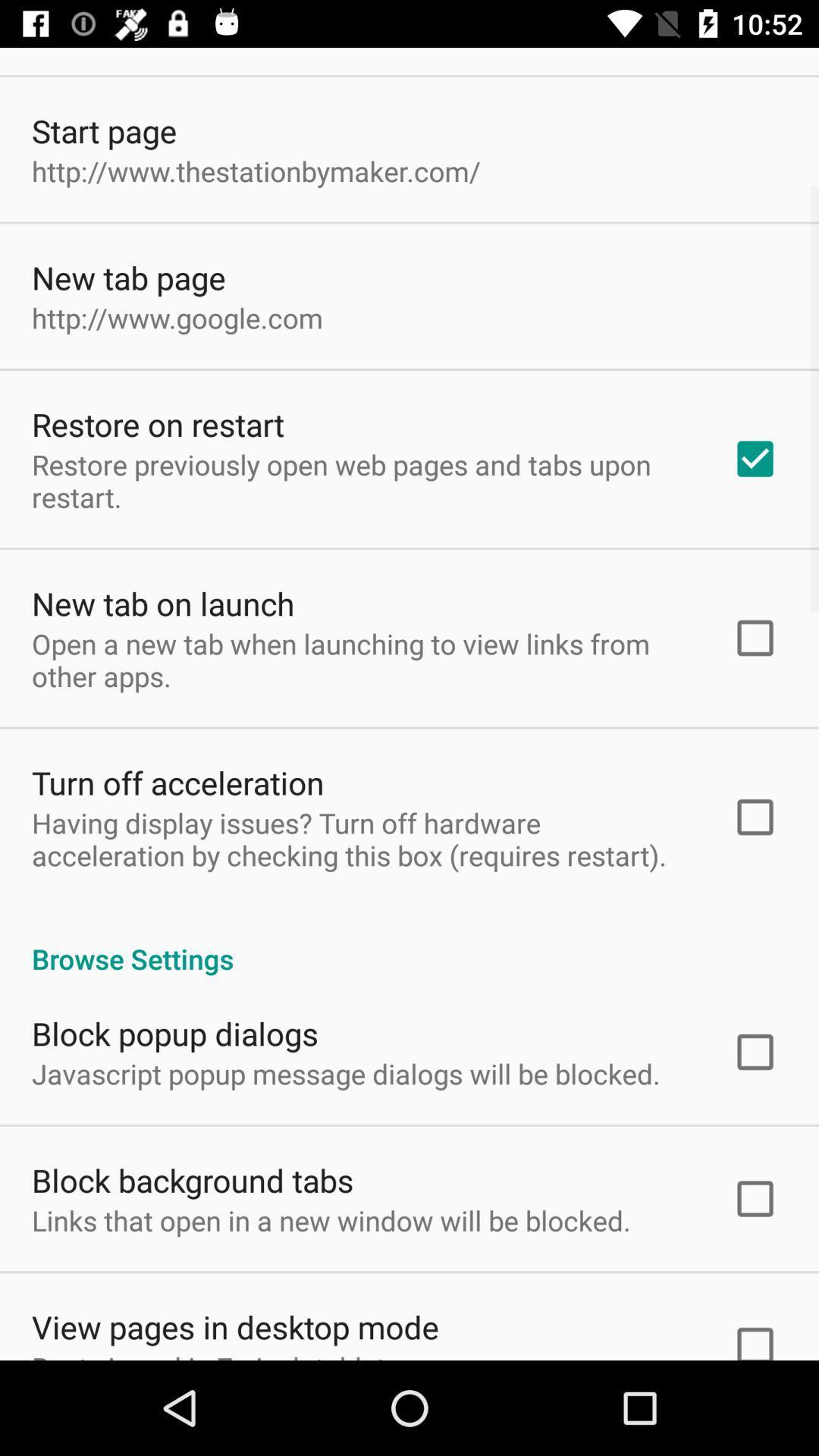 This screenshot has height=1456, width=819. Describe the element at coordinates (219, 1354) in the screenshot. I see `the item below the view pages in` at that location.